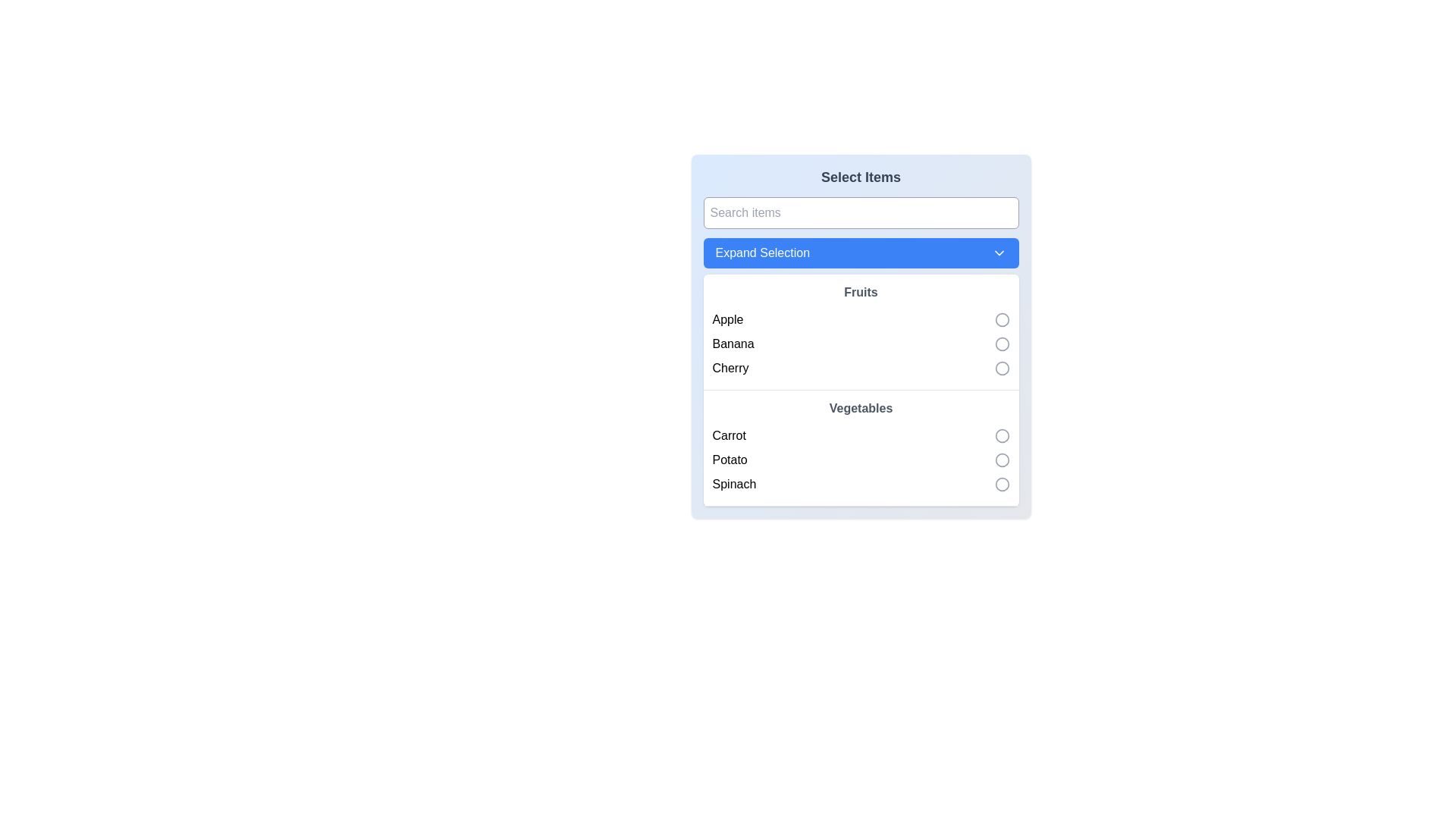  What do you see at coordinates (730, 369) in the screenshot?
I see `the text label displaying 'Cherry', which is the third item under the 'Fruits' category, positioned between 'Banana' and 'Vegetables'` at bounding box center [730, 369].